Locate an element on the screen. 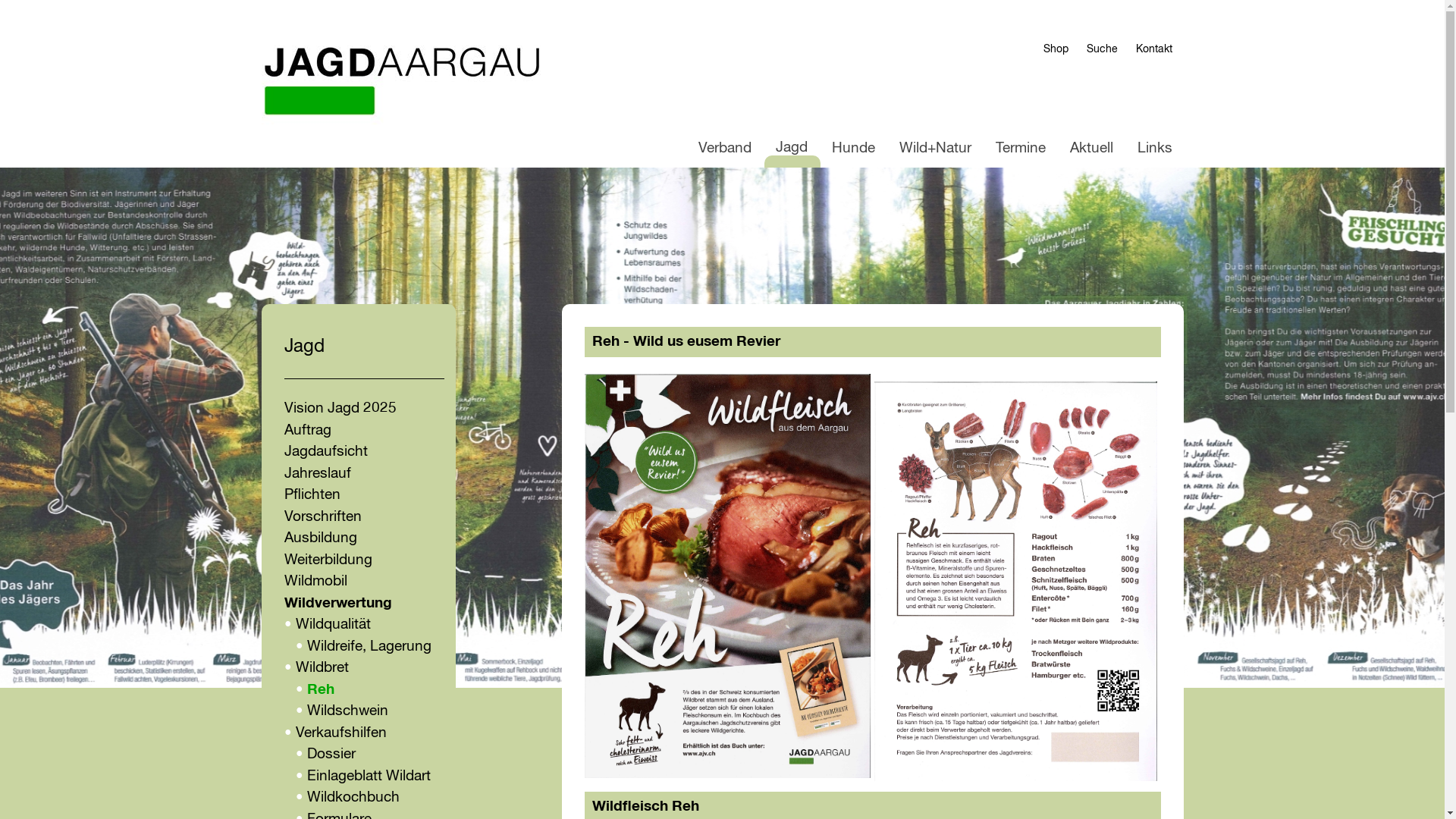 The width and height of the screenshot is (1456, 819). 'Jagdaufsicht' is located at coordinates (324, 450).